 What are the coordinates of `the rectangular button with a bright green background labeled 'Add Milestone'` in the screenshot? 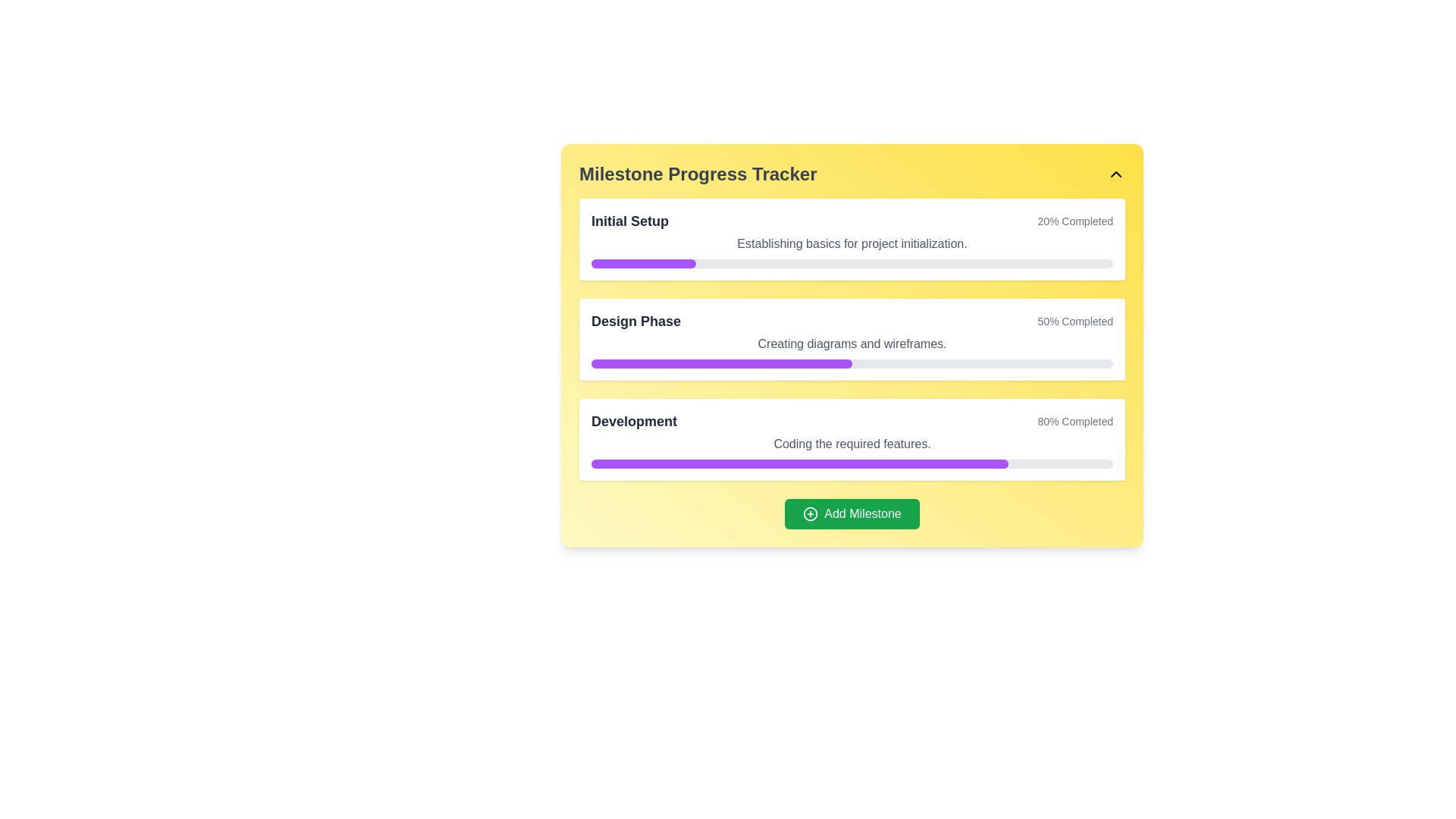 It's located at (852, 513).